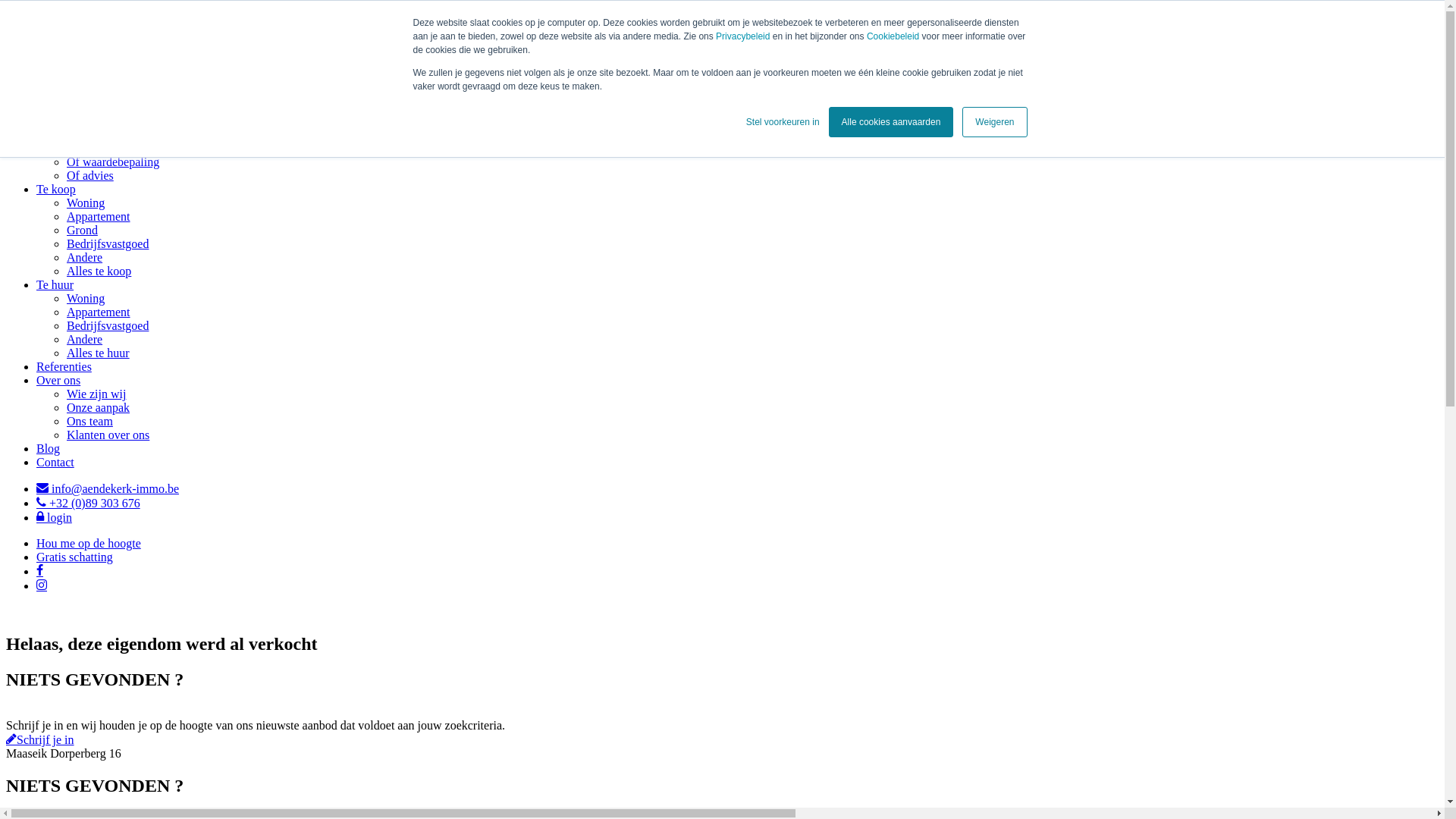  I want to click on 'Alle cookies aanvaarden', so click(891, 121).